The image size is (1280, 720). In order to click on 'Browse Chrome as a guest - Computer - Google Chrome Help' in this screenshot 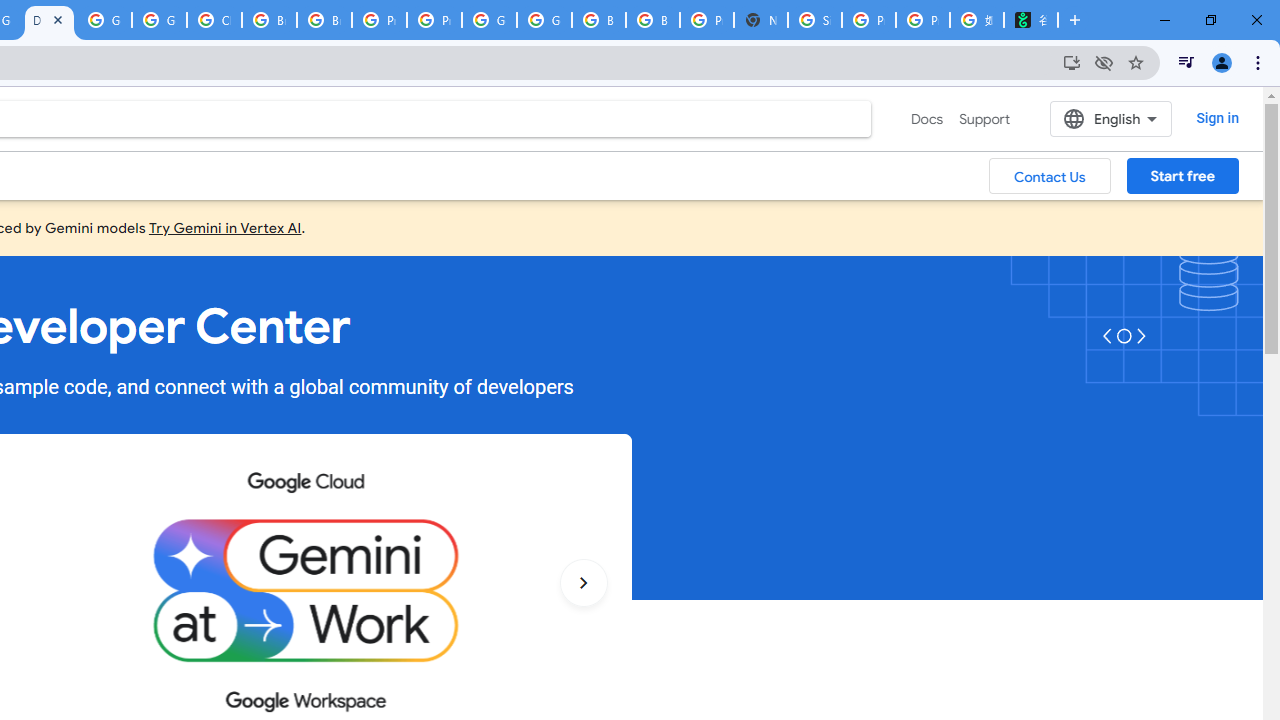, I will do `click(268, 20)`.